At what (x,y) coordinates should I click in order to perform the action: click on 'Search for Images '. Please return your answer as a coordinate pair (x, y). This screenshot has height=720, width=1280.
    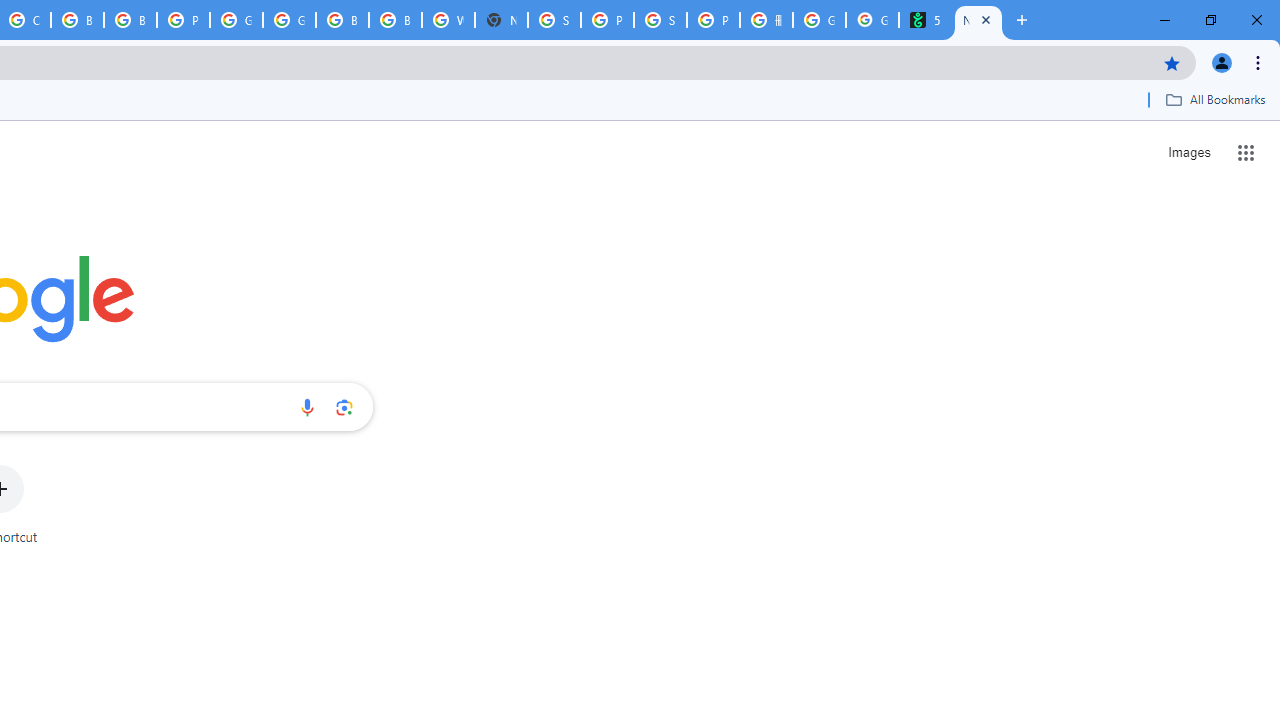
    Looking at the image, I should click on (1189, 152).